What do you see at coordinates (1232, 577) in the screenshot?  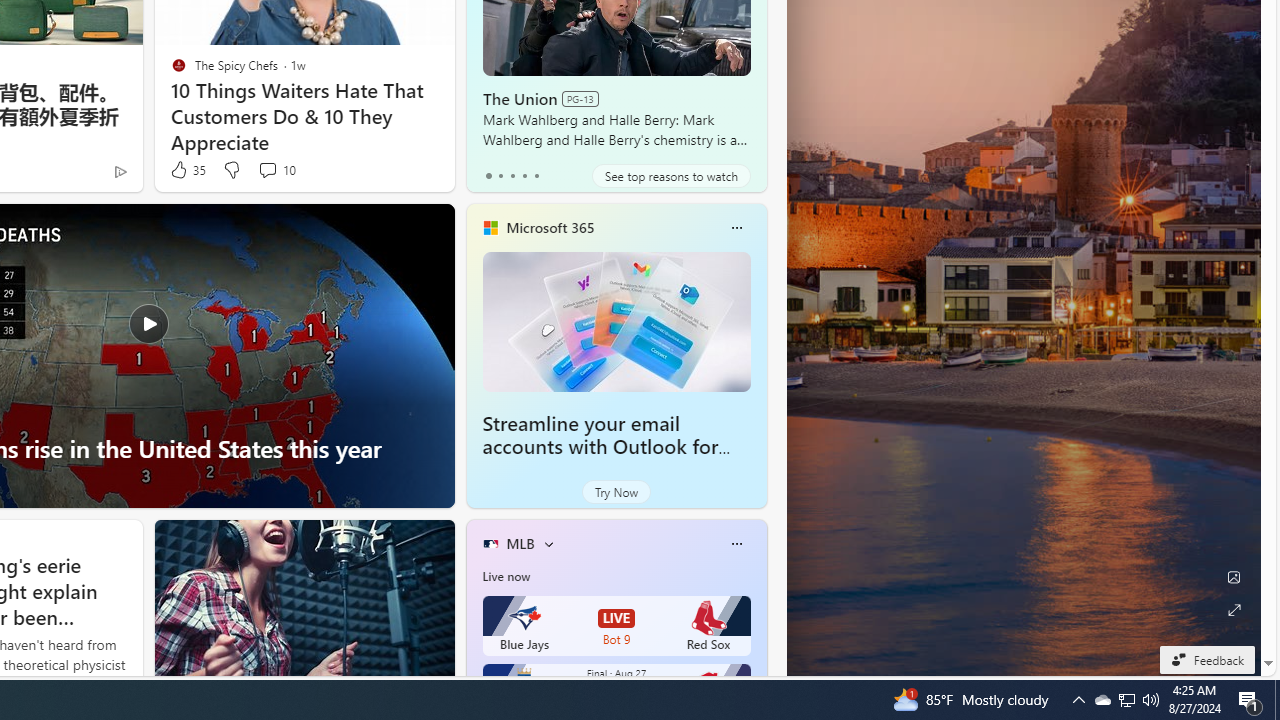 I see `'Edit Background'` at bounding box center [1232, 577].